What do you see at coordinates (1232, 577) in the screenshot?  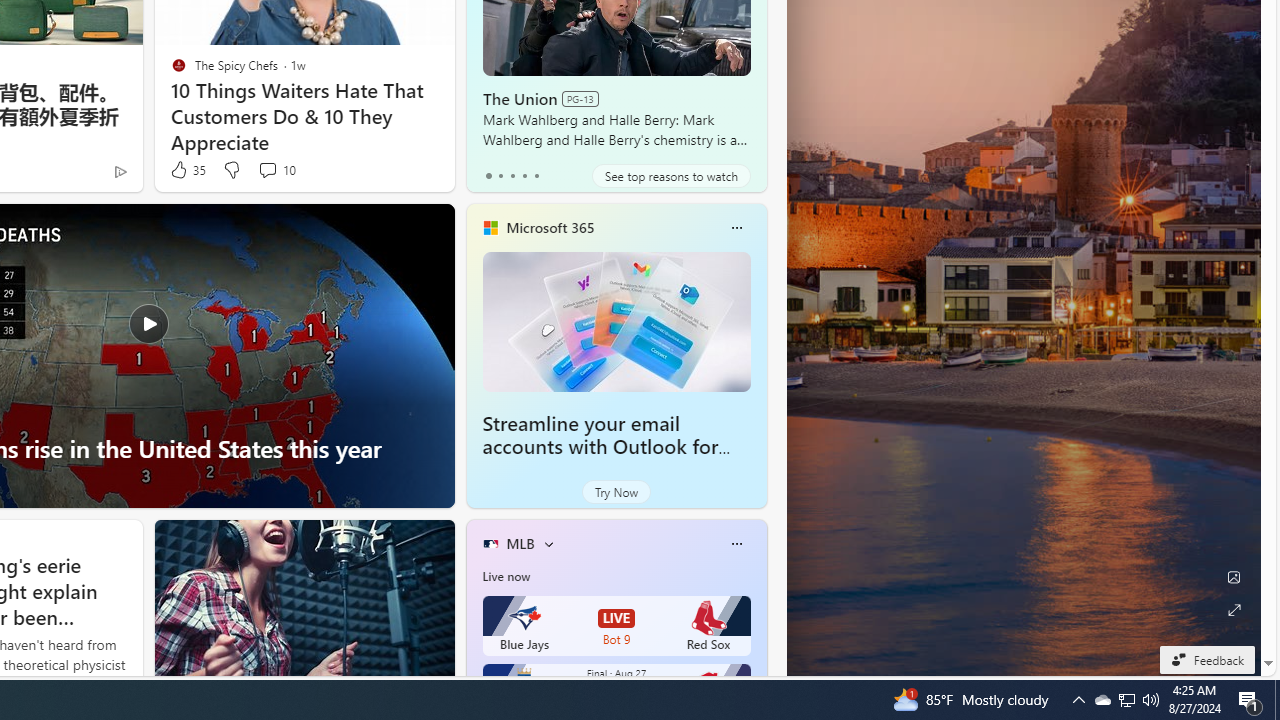 I see `'Edit Background'` at bounding box center [1232, 577].